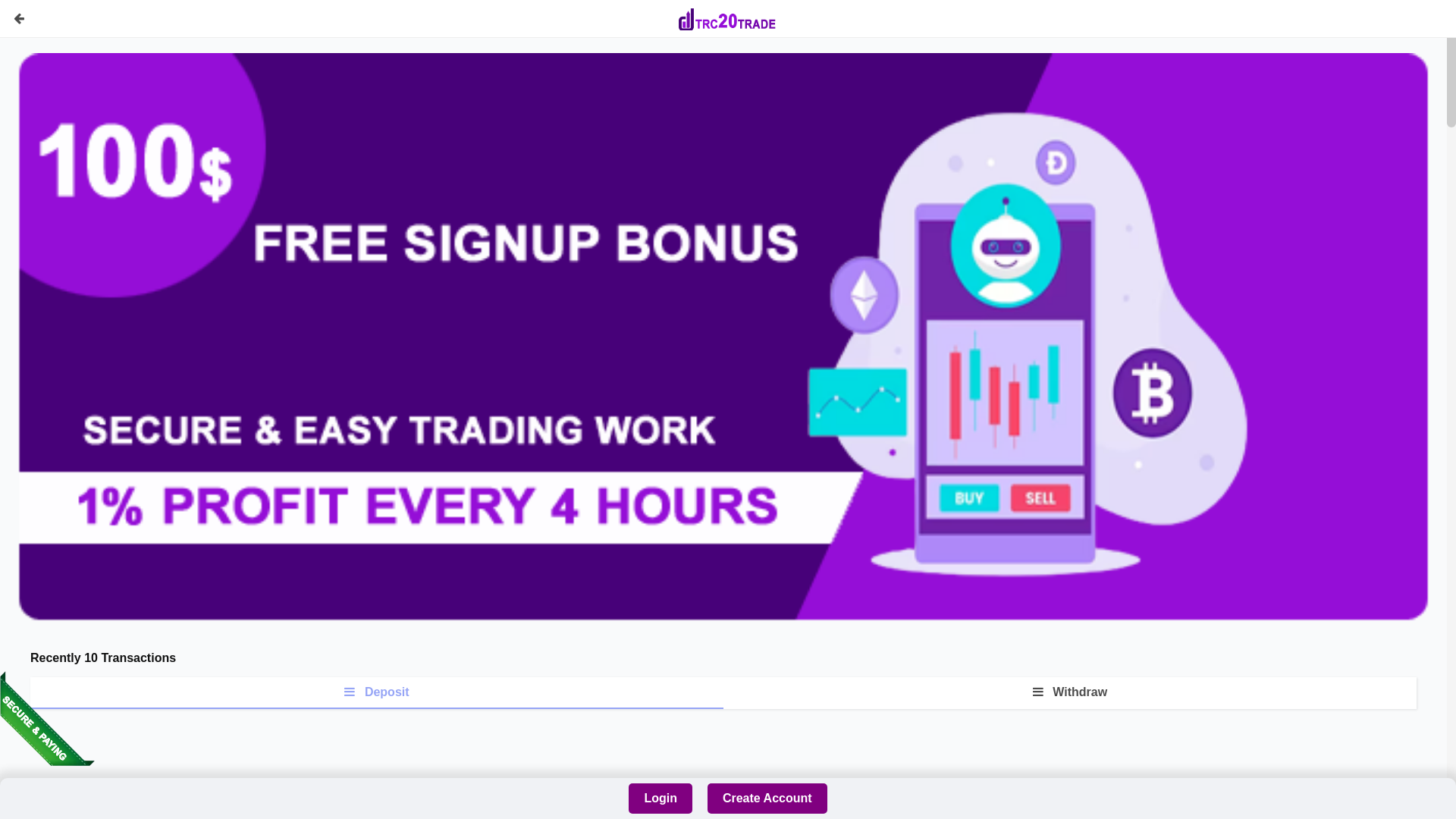  What do you see at coordinates (767, 798) in the screenshot?
I see `'Create Account'` at bounding box center [767, 798].